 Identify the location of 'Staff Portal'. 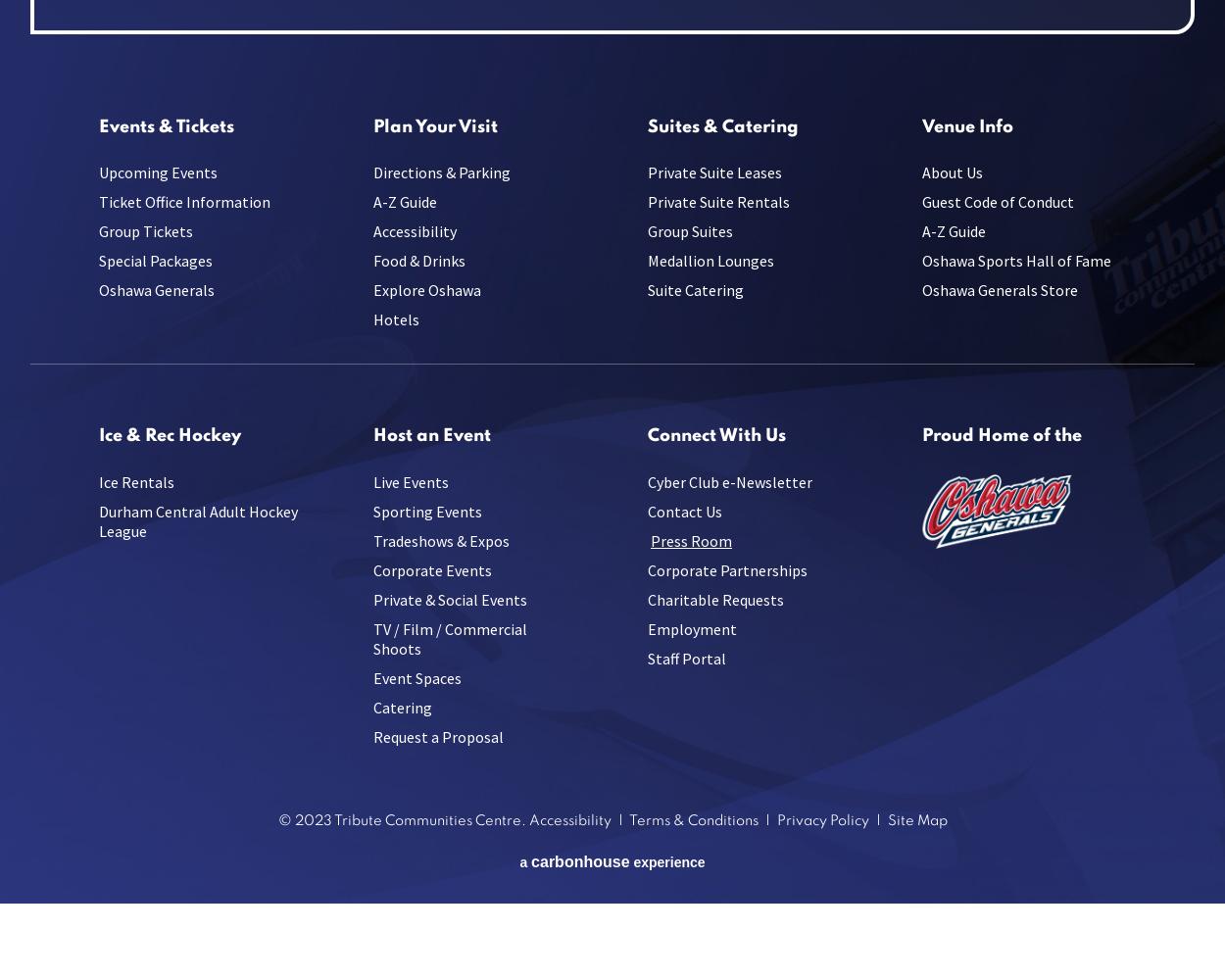
(686, 658).